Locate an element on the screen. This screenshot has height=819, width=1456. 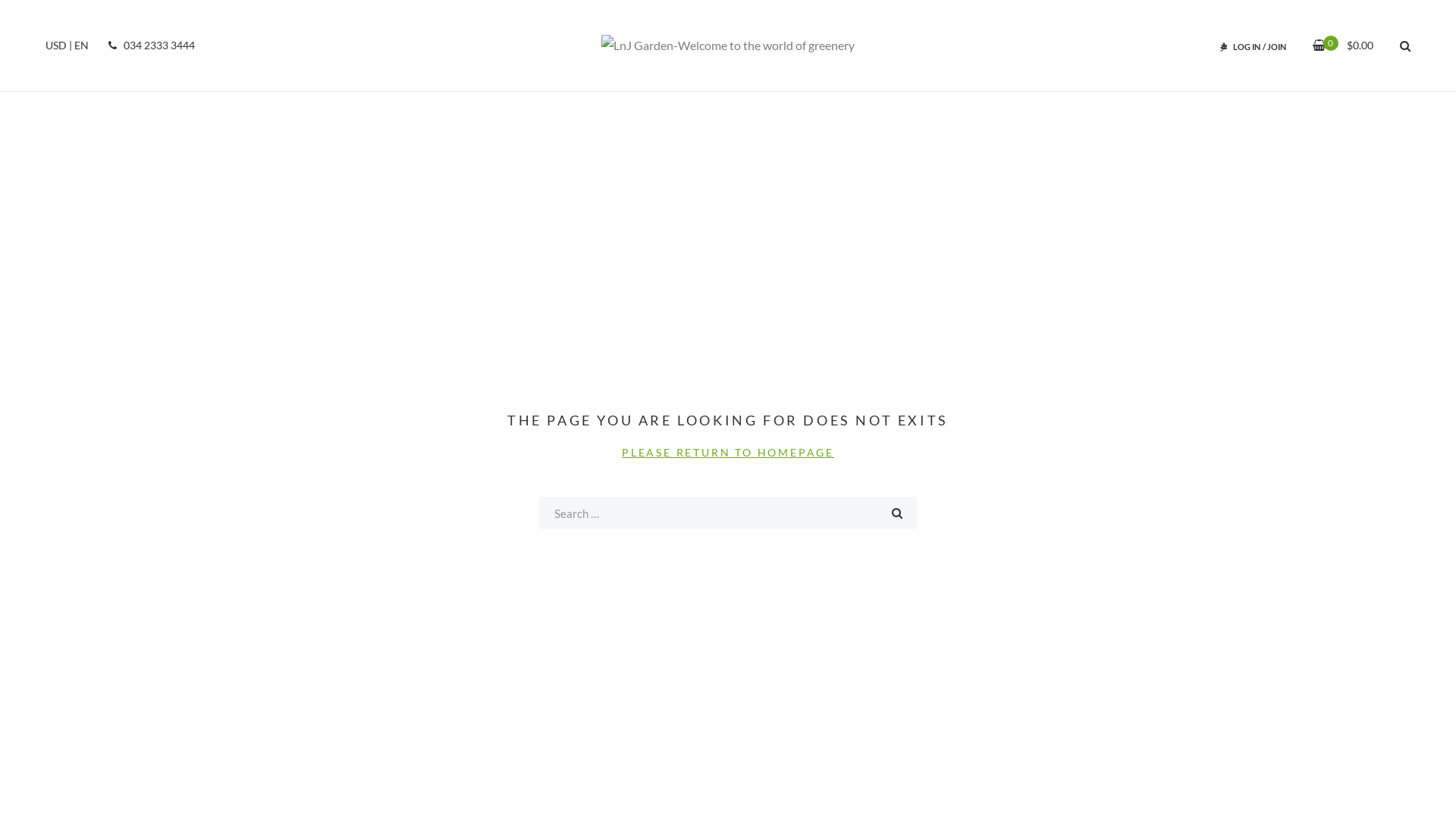
'034 2333 3444' is located at coordinates (149, 45).